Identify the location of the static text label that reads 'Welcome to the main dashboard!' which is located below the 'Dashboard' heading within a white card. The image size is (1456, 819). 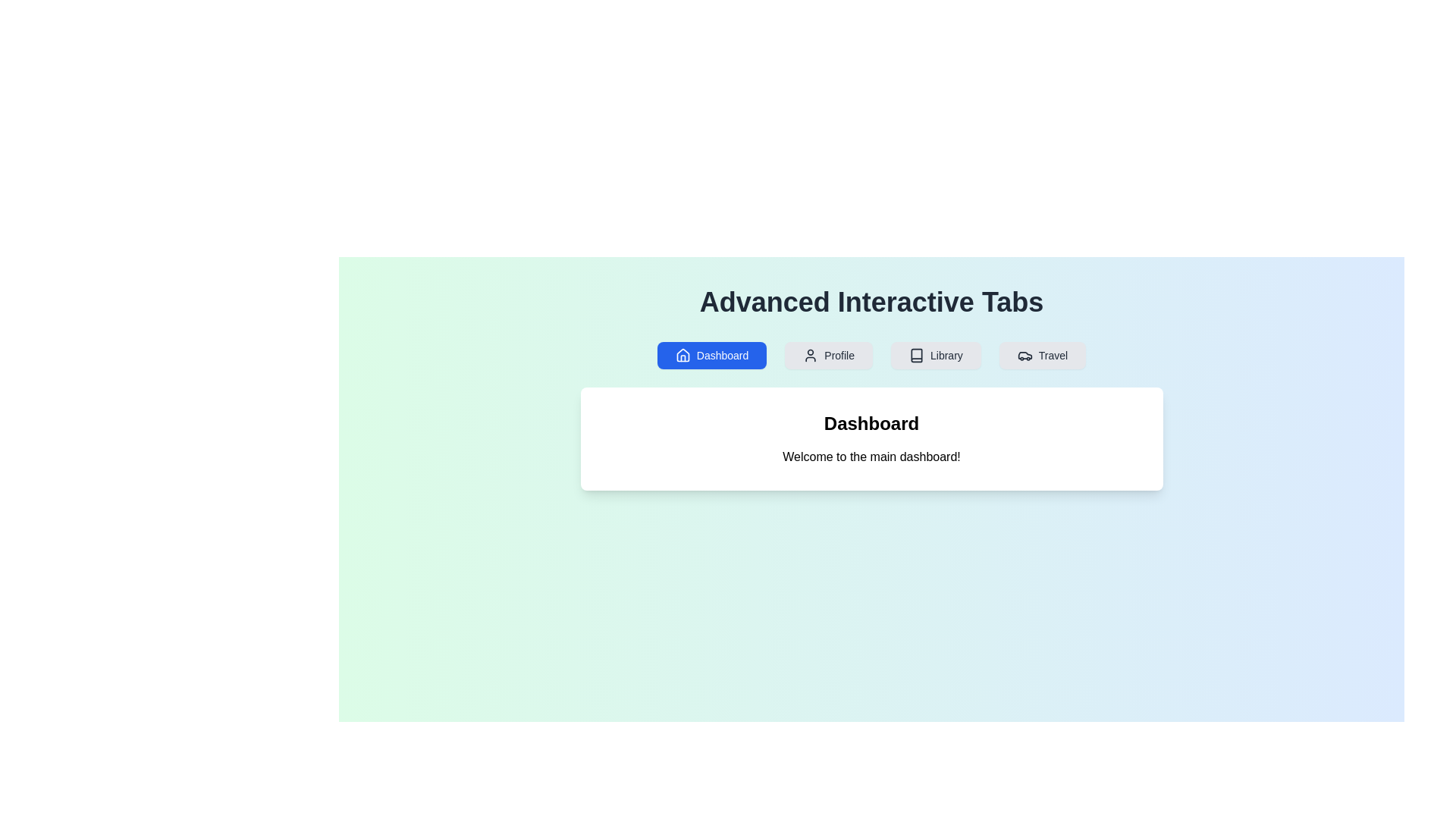
(871, 456).